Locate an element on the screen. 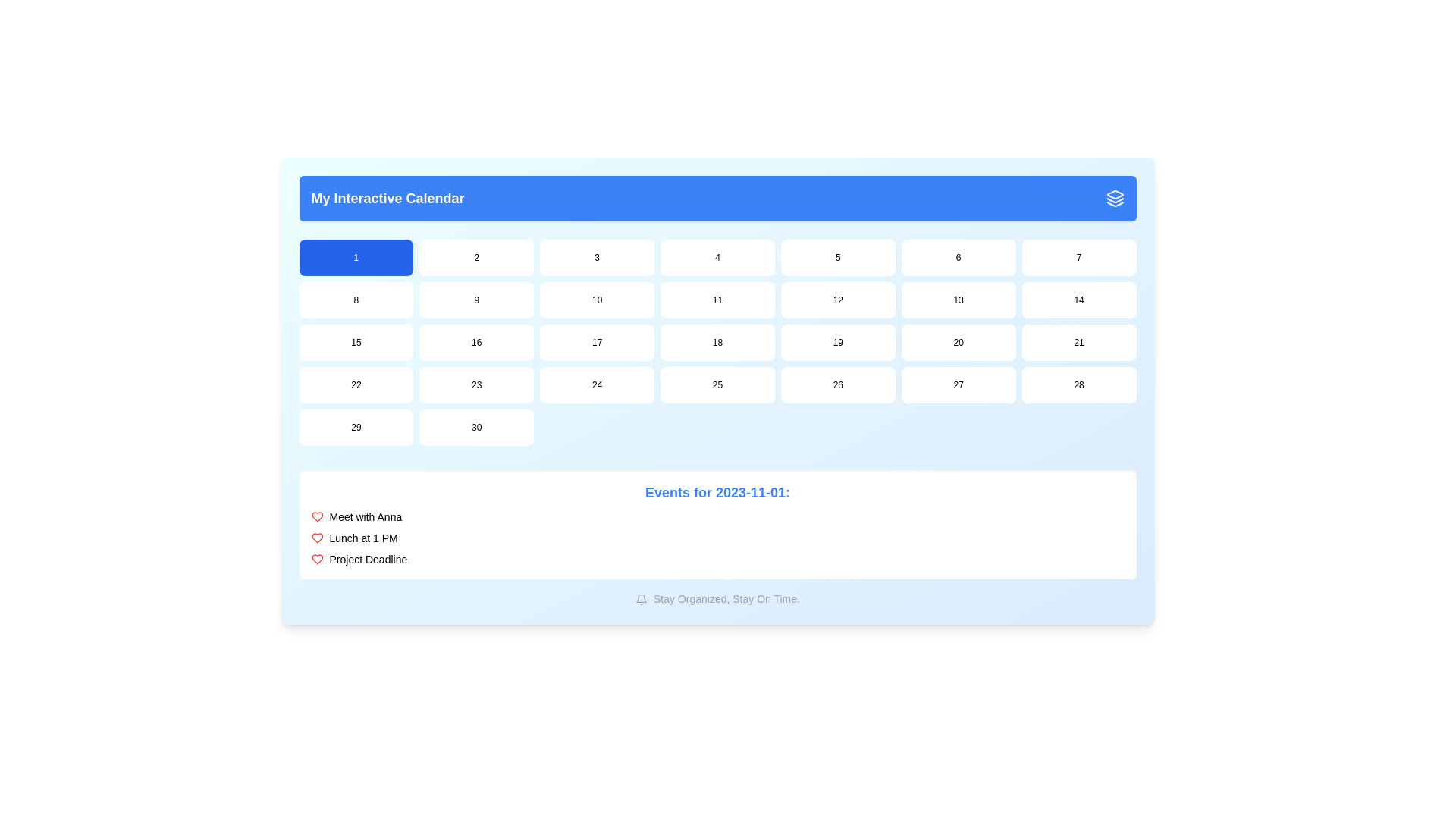 The height and width of the screenshot is (819, 1456). the calendar date button representing the 24th is located at coordinates (596, 384).